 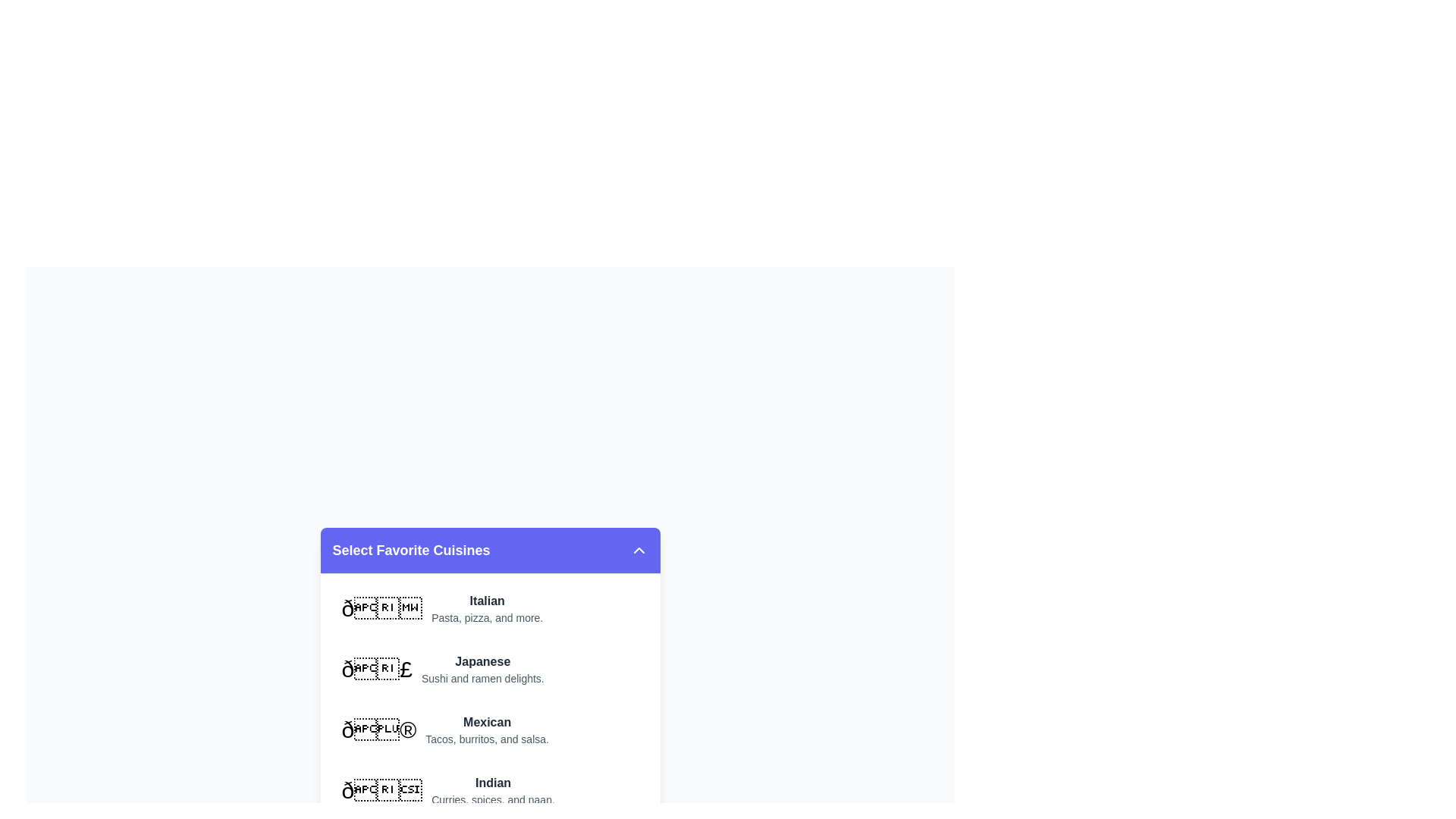 I want to click on the descriptive text 'Curries, spices, and naan.' located beneath the bold 'Indian' title in the 'Select Favorite Cuisines' section, so click(x=493, y=799).